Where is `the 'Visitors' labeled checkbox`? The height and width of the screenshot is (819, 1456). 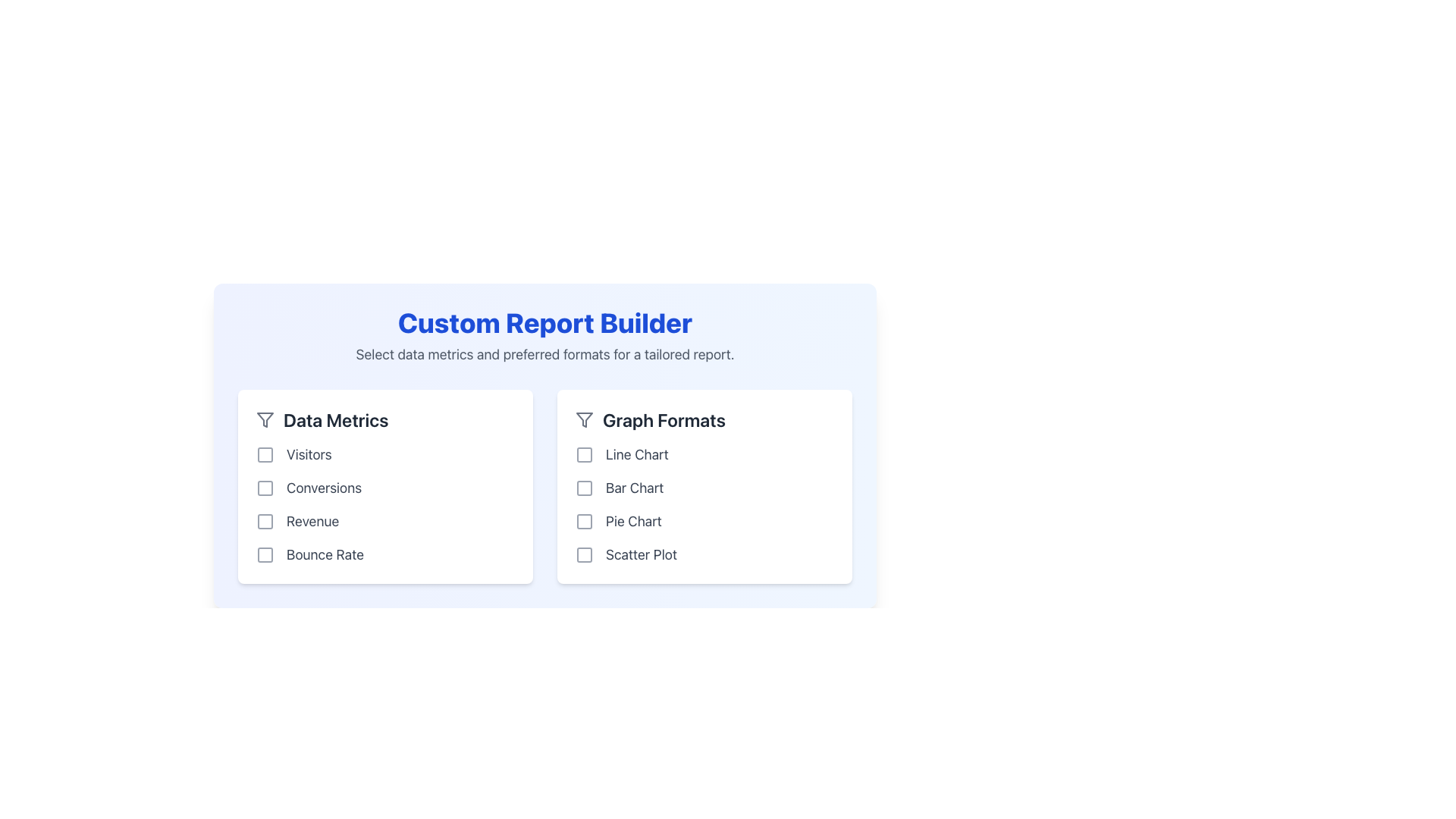
the 'Visitors' labeled checkbox is located at coordinates (385, 454).